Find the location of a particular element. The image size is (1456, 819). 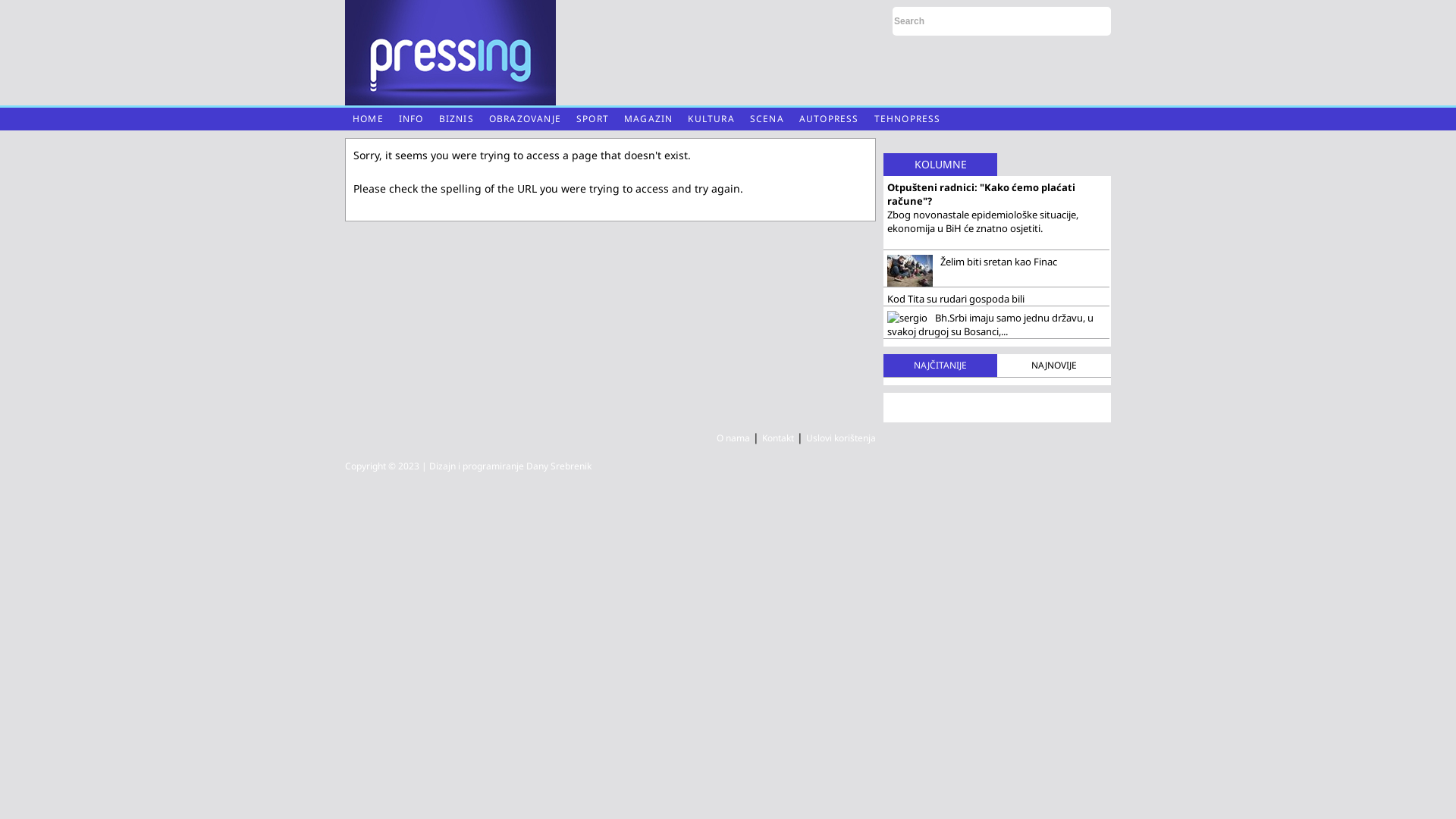

'SCENA' is located at coordinates (767, 118).